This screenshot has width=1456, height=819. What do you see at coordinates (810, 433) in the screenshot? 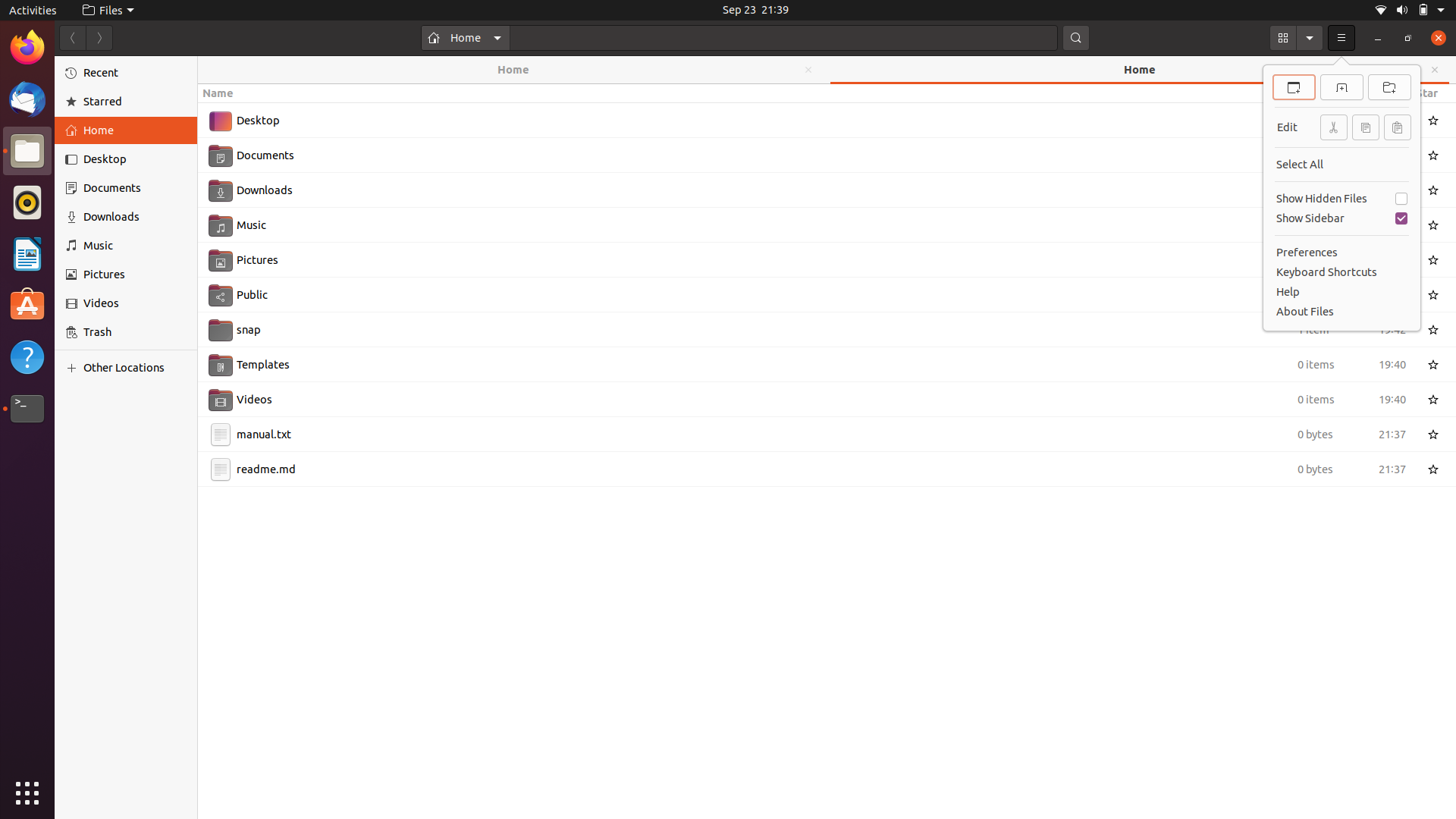
I see `Cut the file manual.txt using mouse and keyboard` at bounding box center [810, 433].